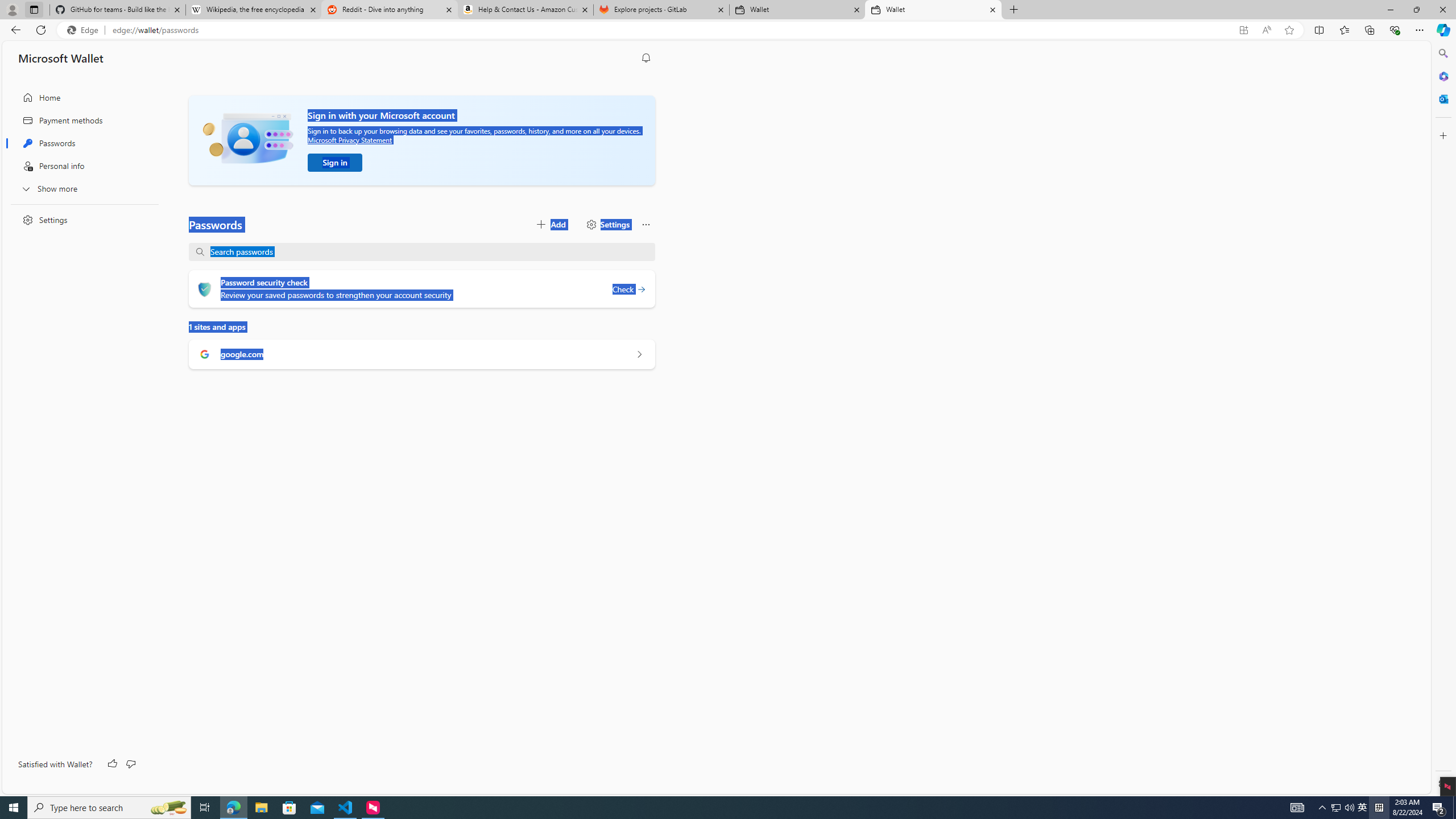  What do you see at coordinates (81, 166) in the screenshot?
I see `'Personal info'` at bounding box center [81, 166].